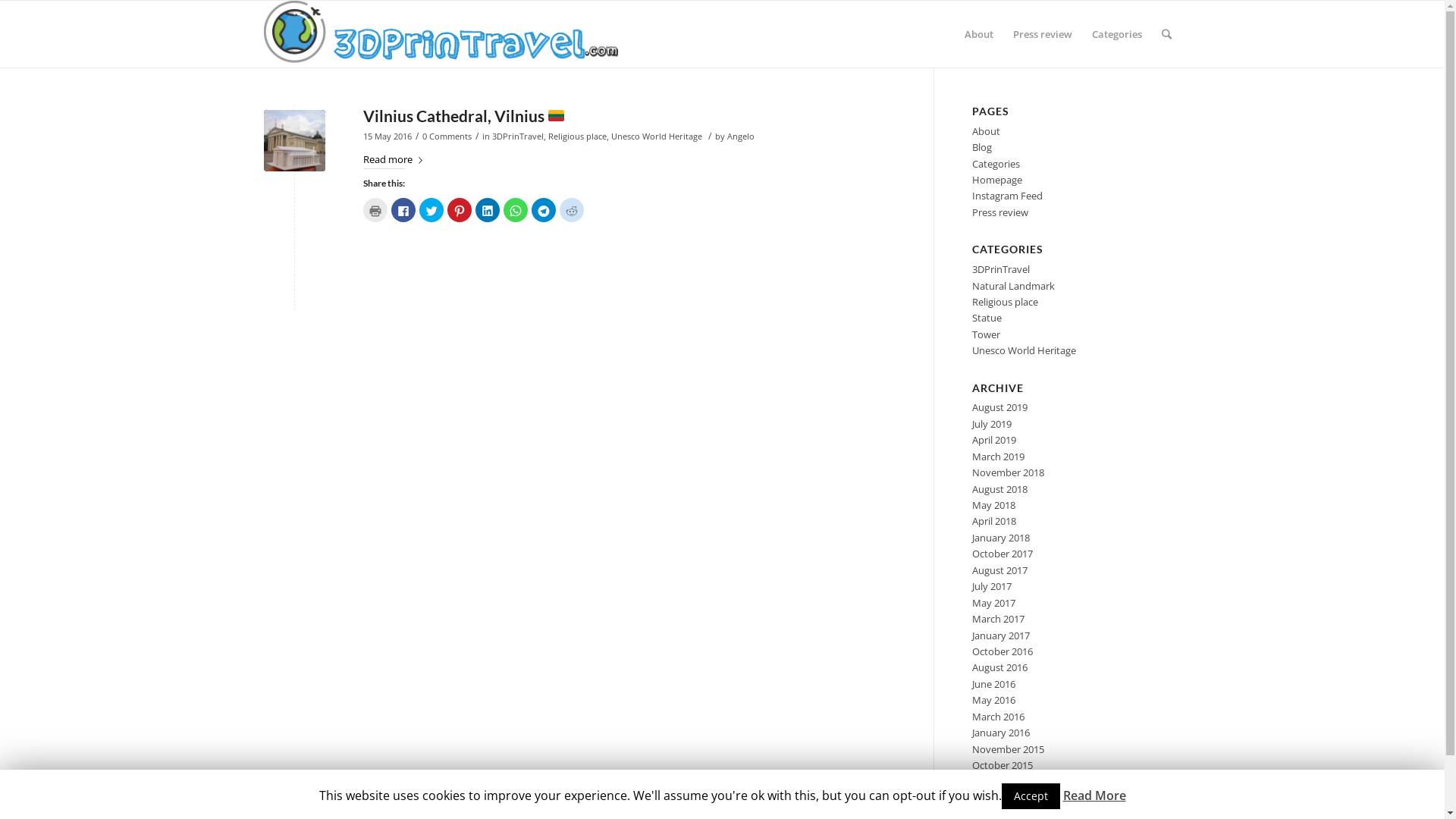  What do you see at coordinates (419, 210) in the screenshot?
I see `'Click to share on Twitter (Opens in new window)'` at bounding box center [419, 210].